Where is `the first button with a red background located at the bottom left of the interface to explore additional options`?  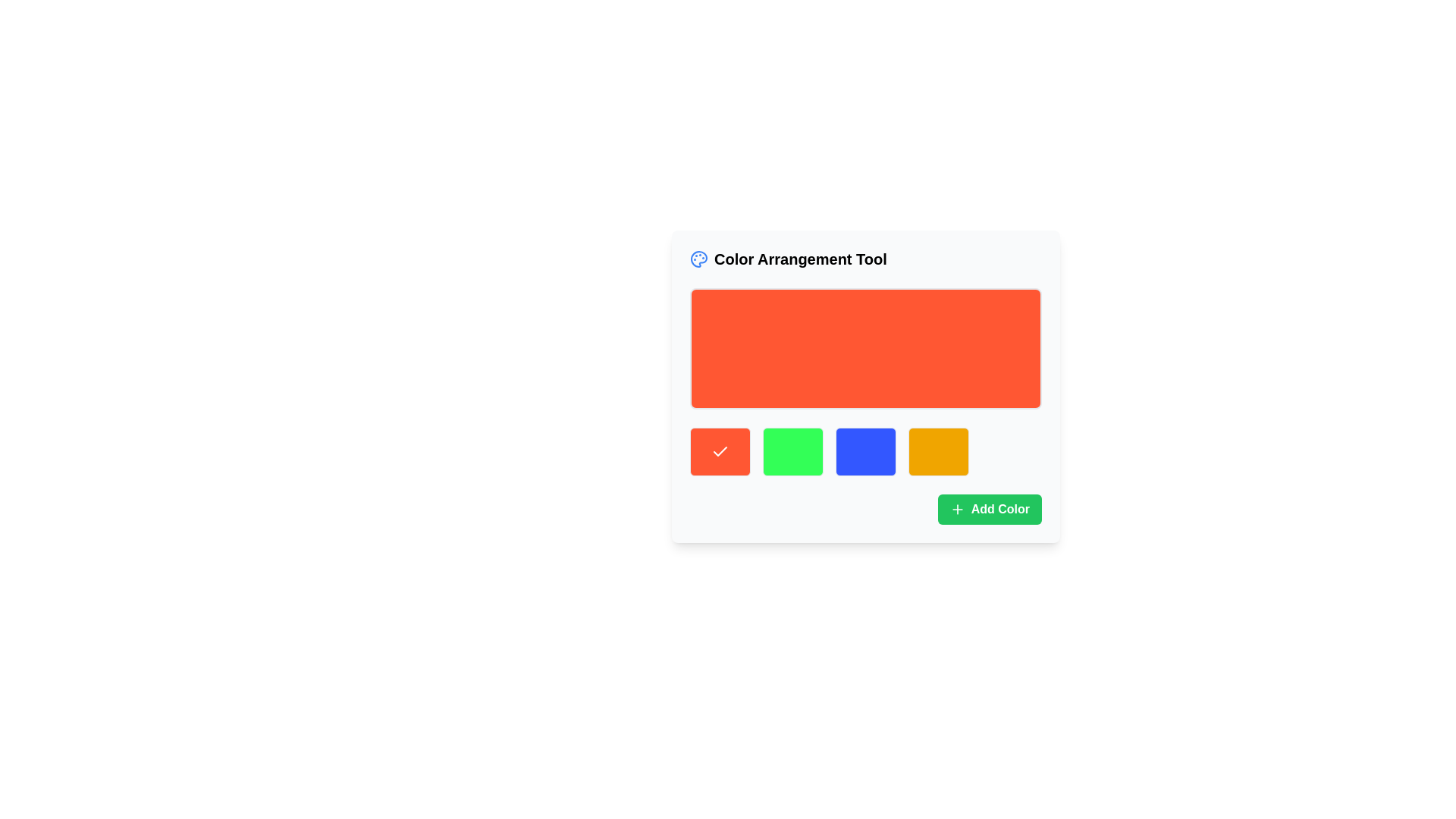
the first button with a red background located at the bottom left of the interface to explore additional options is located at coordinates (720, 451).